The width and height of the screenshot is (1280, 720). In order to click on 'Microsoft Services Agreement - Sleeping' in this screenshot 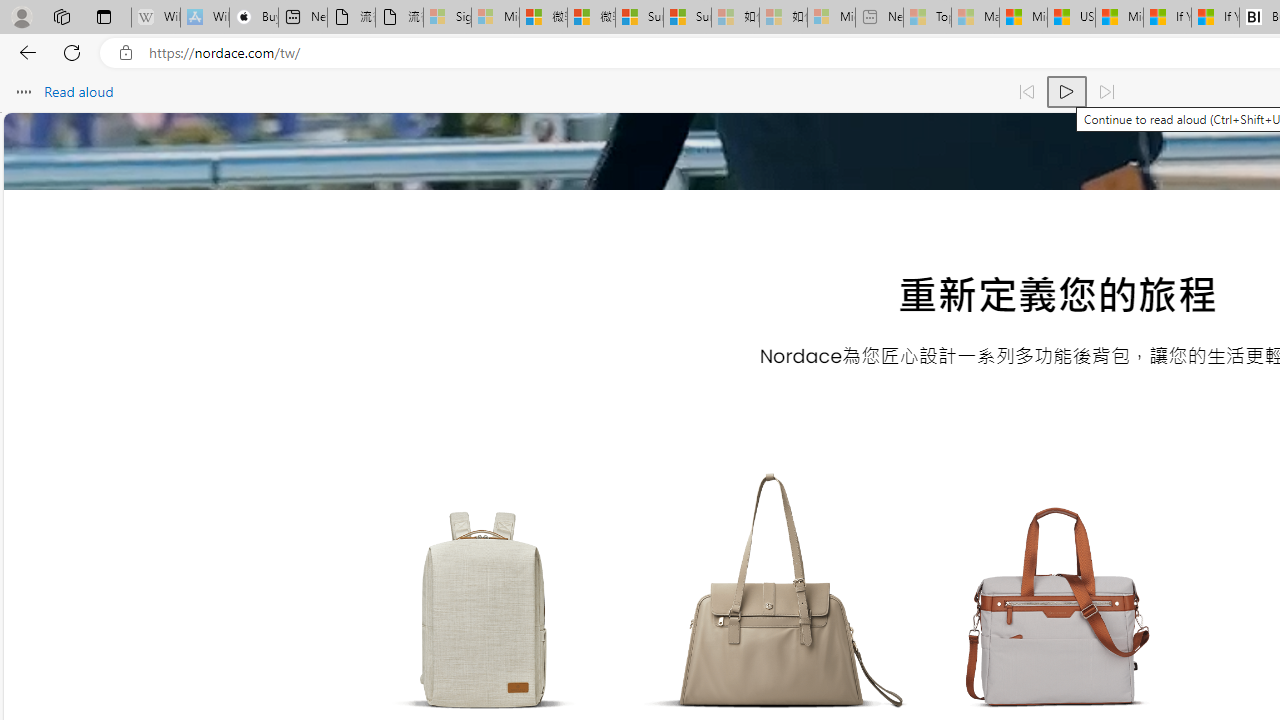, I will do `click(495, 17)`.